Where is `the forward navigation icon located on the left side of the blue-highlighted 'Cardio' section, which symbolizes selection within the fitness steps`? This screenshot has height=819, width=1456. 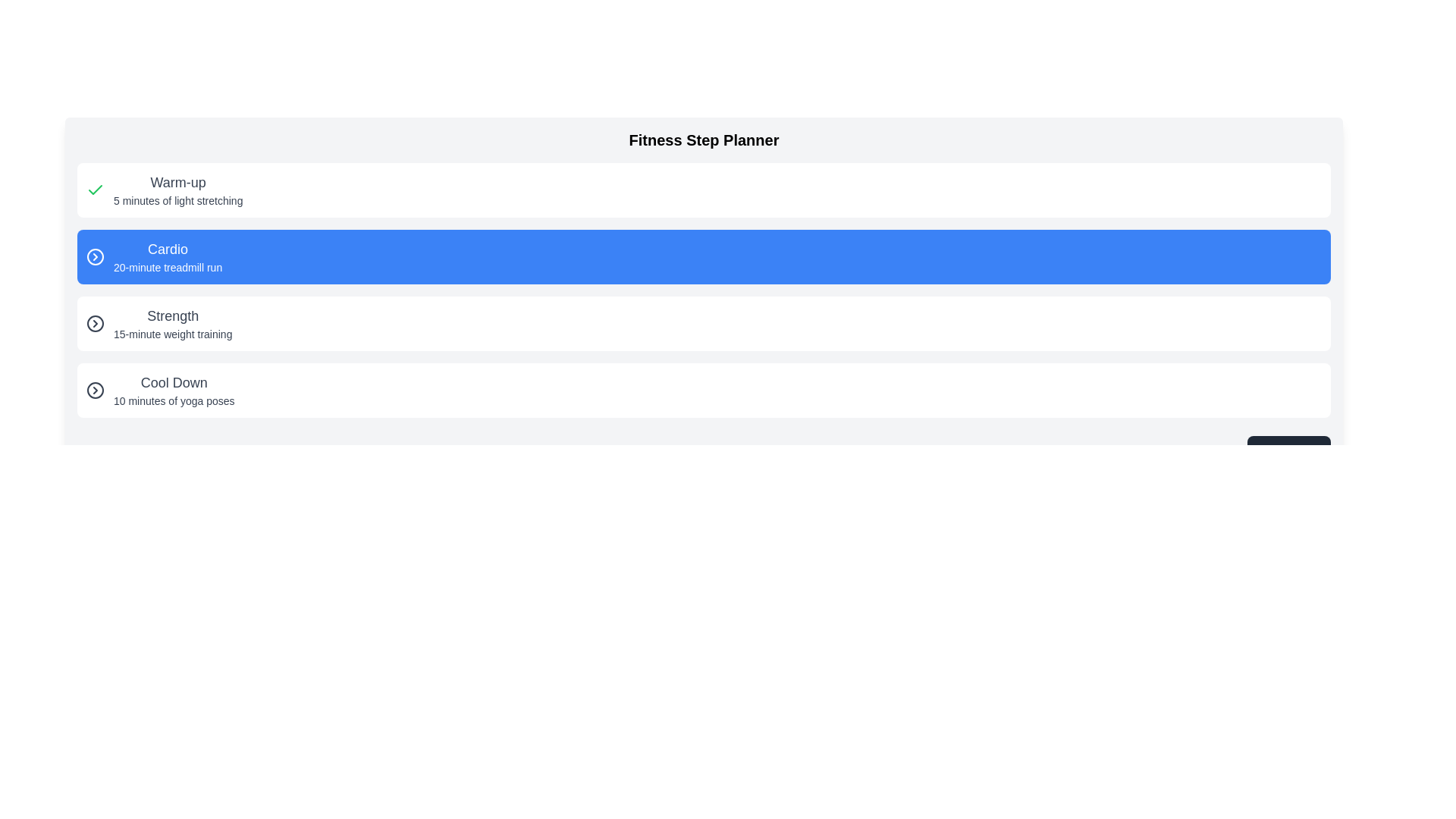
the forward navigation icon located on the left side of the blue-highlighted 'Cardio' section, which symbolizes selection within the fitness steps is located at coordinates (94, 256).